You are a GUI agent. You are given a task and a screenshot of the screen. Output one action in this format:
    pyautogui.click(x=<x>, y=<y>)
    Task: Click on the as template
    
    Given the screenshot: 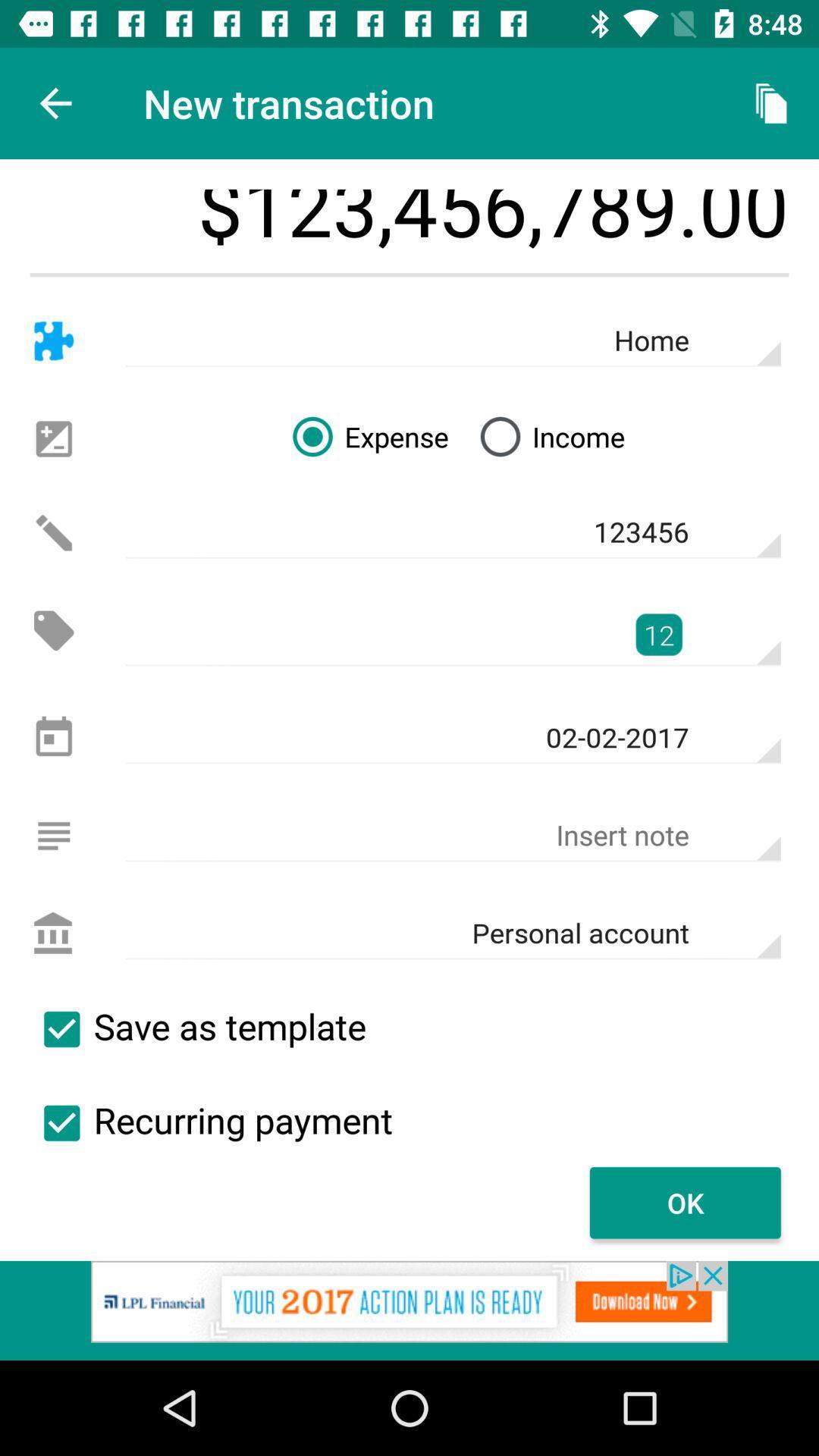 What is the action you would take?
    pyautogui.click(x=61, y=1029)
    